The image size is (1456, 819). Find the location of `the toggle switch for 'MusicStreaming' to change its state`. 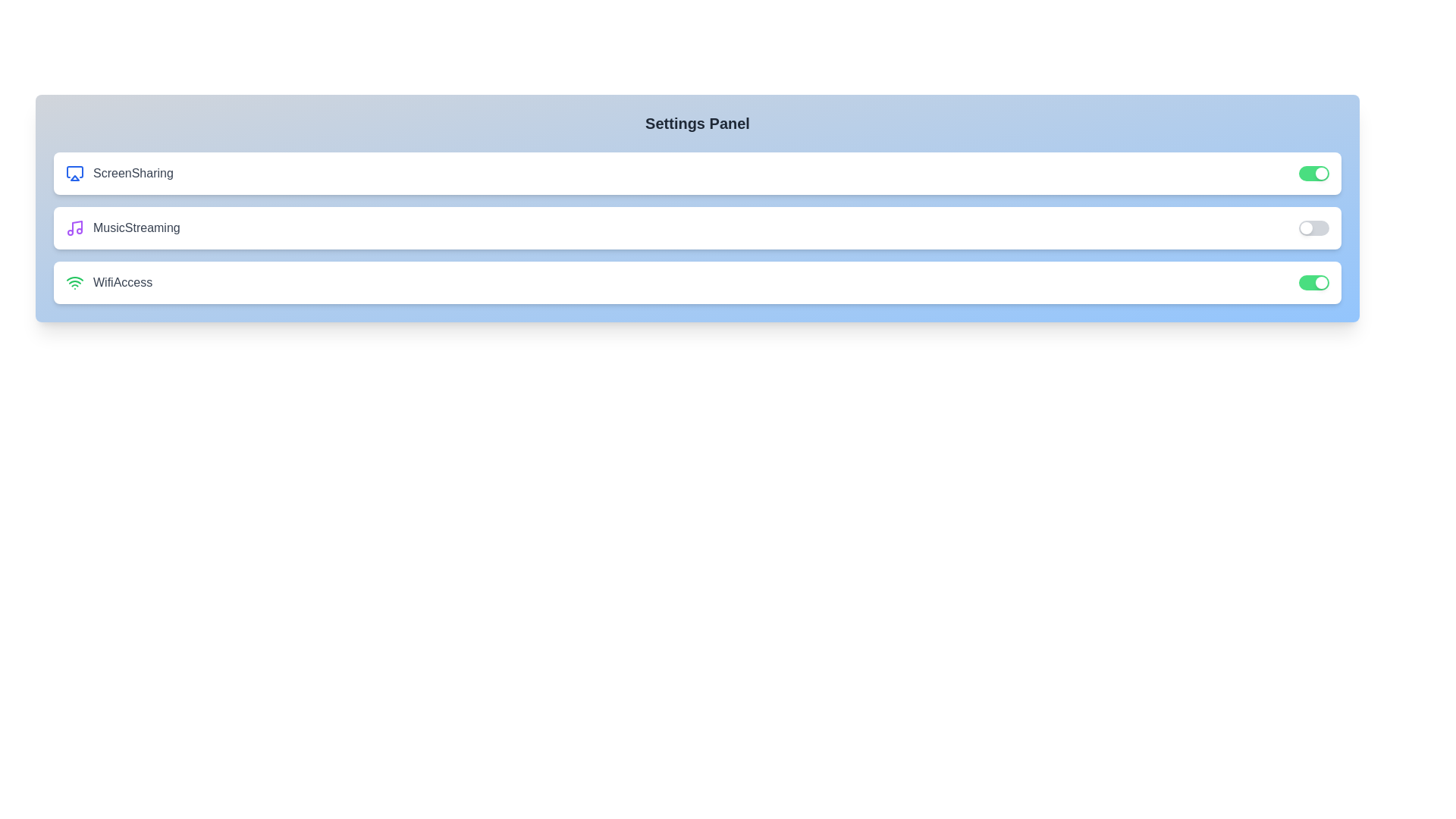

the toggle switch for 'MusicStreaming' to change its state is located at coordinates (1313, 227).